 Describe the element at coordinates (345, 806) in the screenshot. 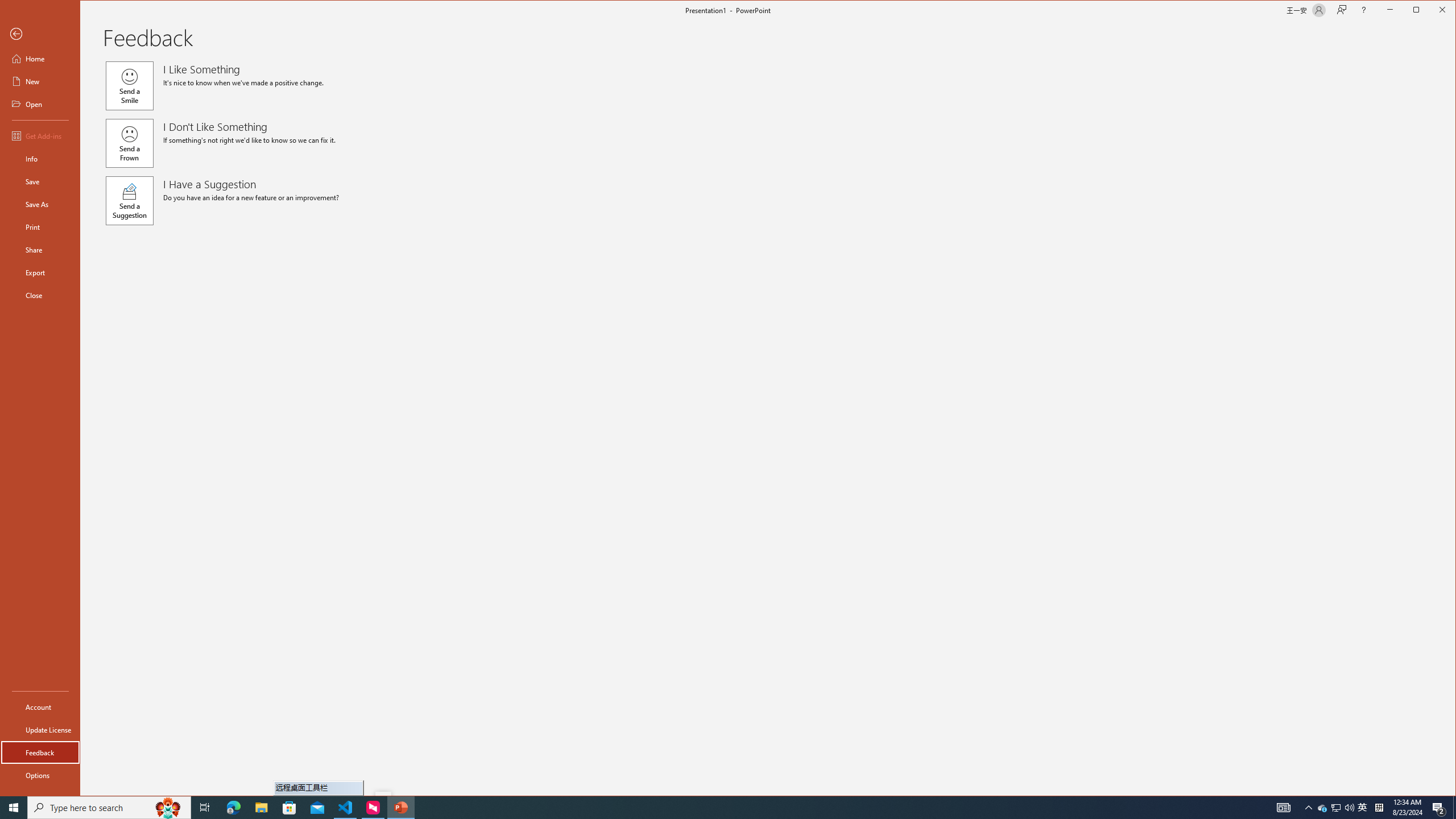

I see `'Visual Studio Code - 1 running window'` at that location.